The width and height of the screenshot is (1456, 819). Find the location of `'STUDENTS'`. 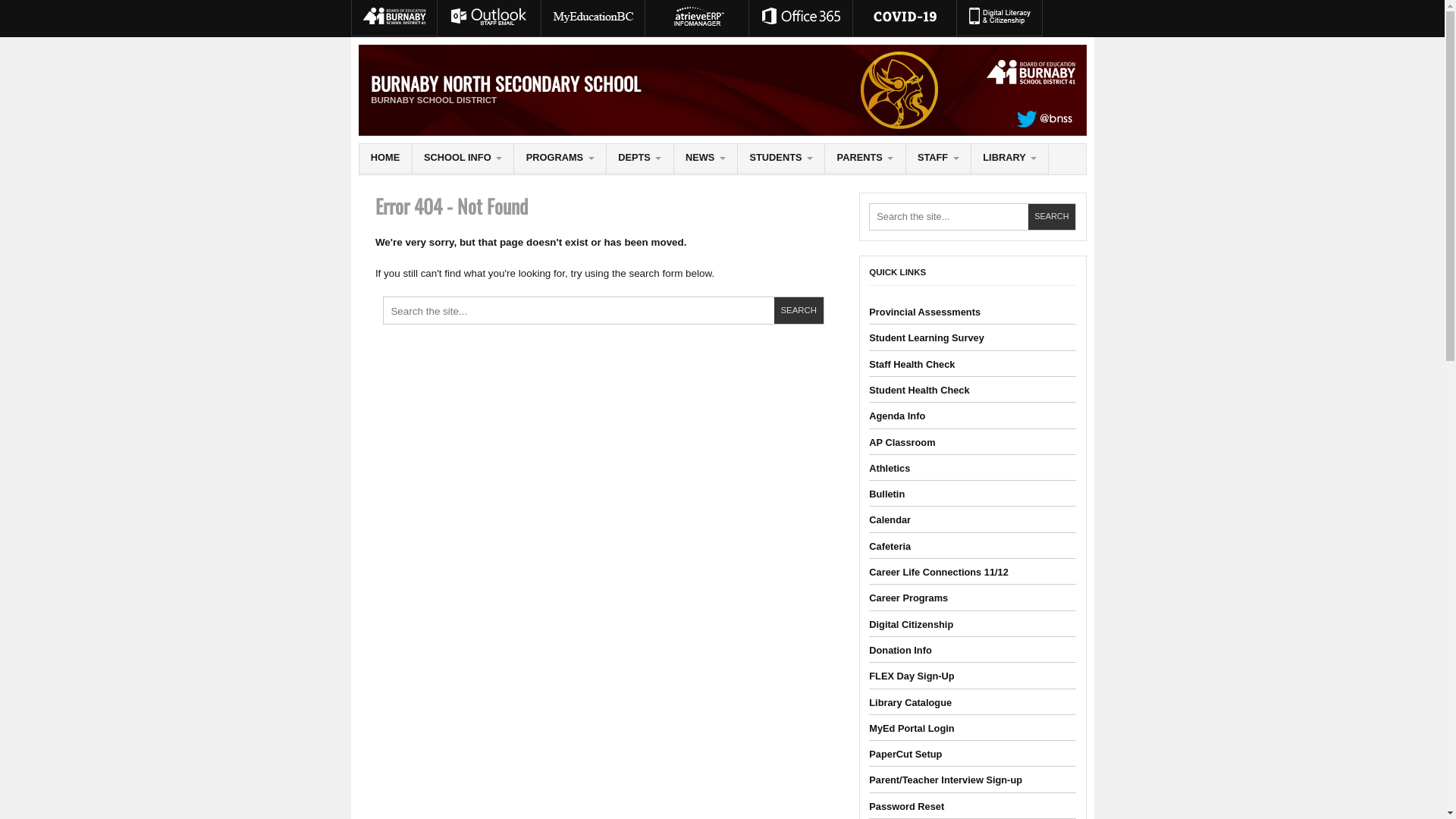

'STUDENTS' is located at coordinates (781, 158).